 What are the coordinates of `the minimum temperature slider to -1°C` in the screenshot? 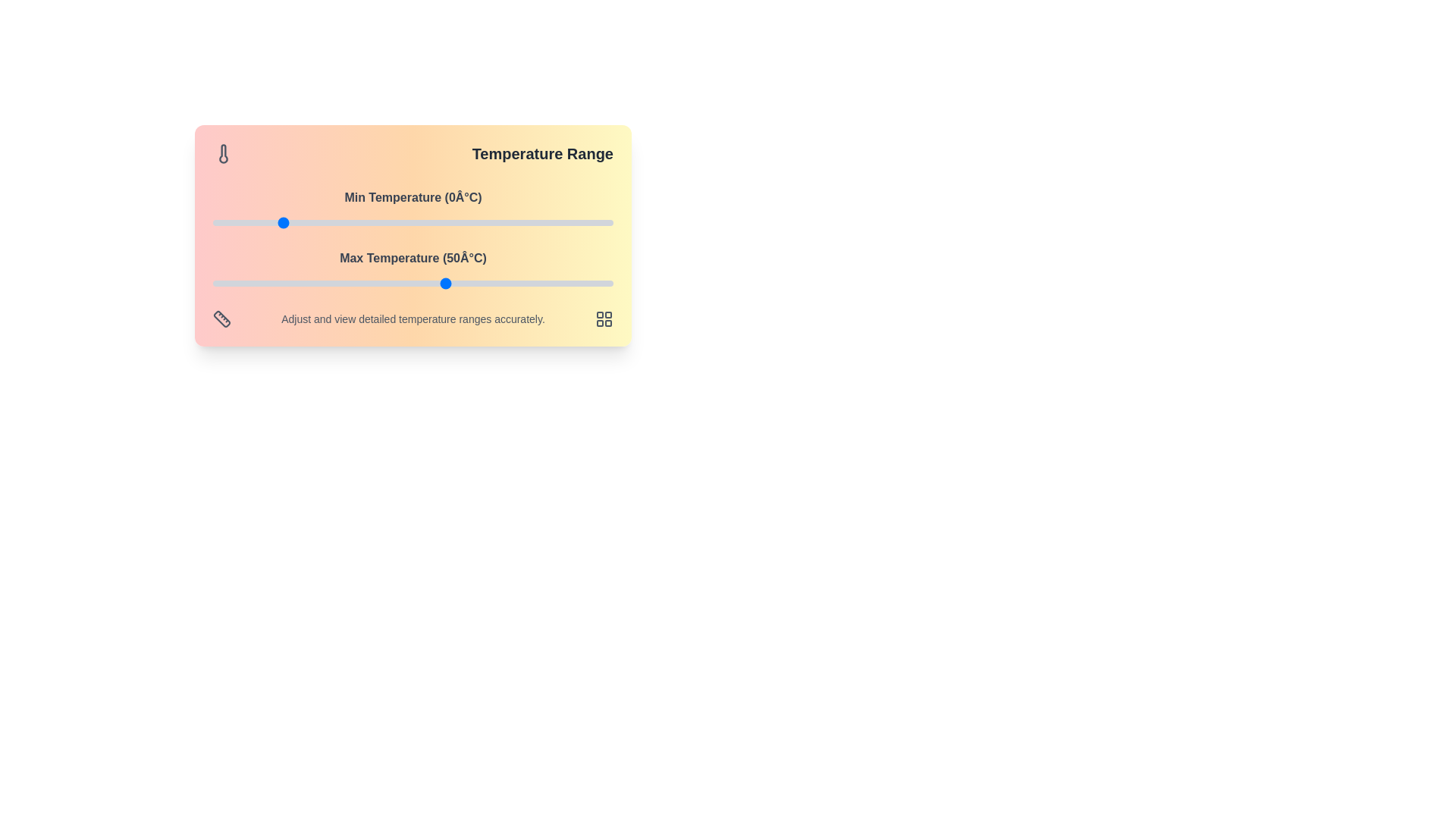 It's located at (276, 222).